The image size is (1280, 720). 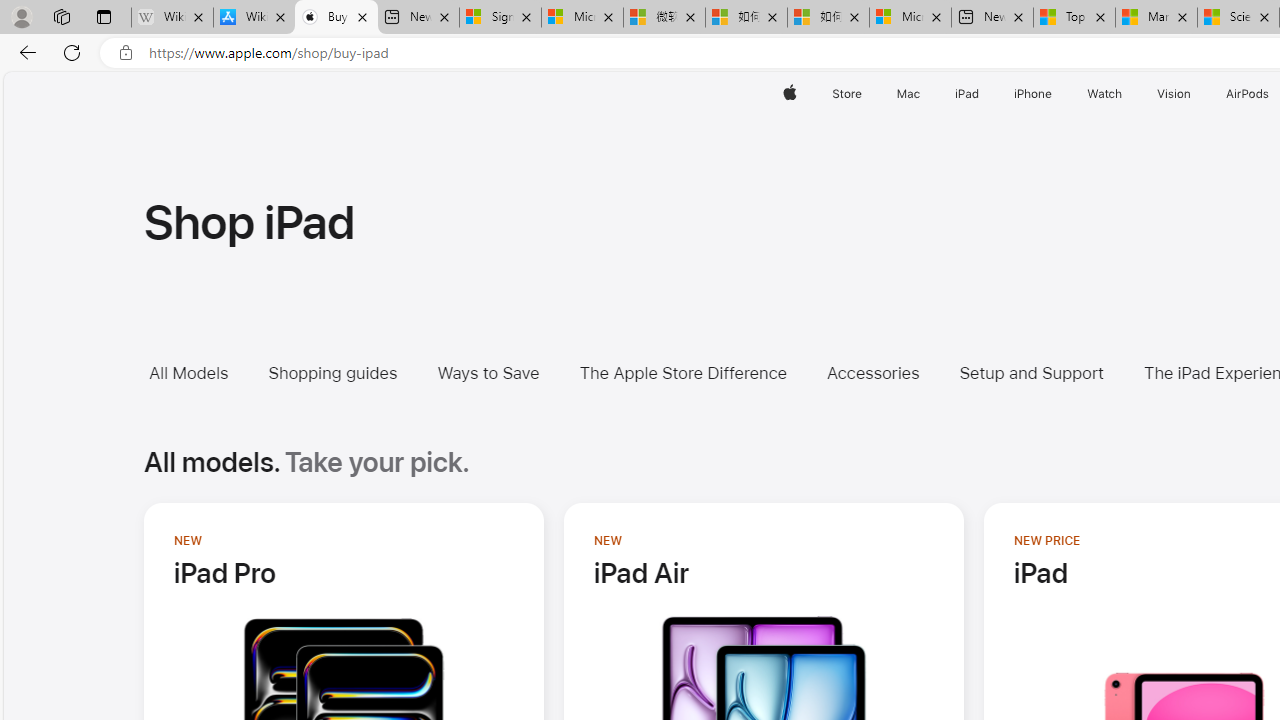 What do you see at coordinates (1031, 373) in the screenshot?
I see `'Setup and Support'` at bounding box center [1031, 373].